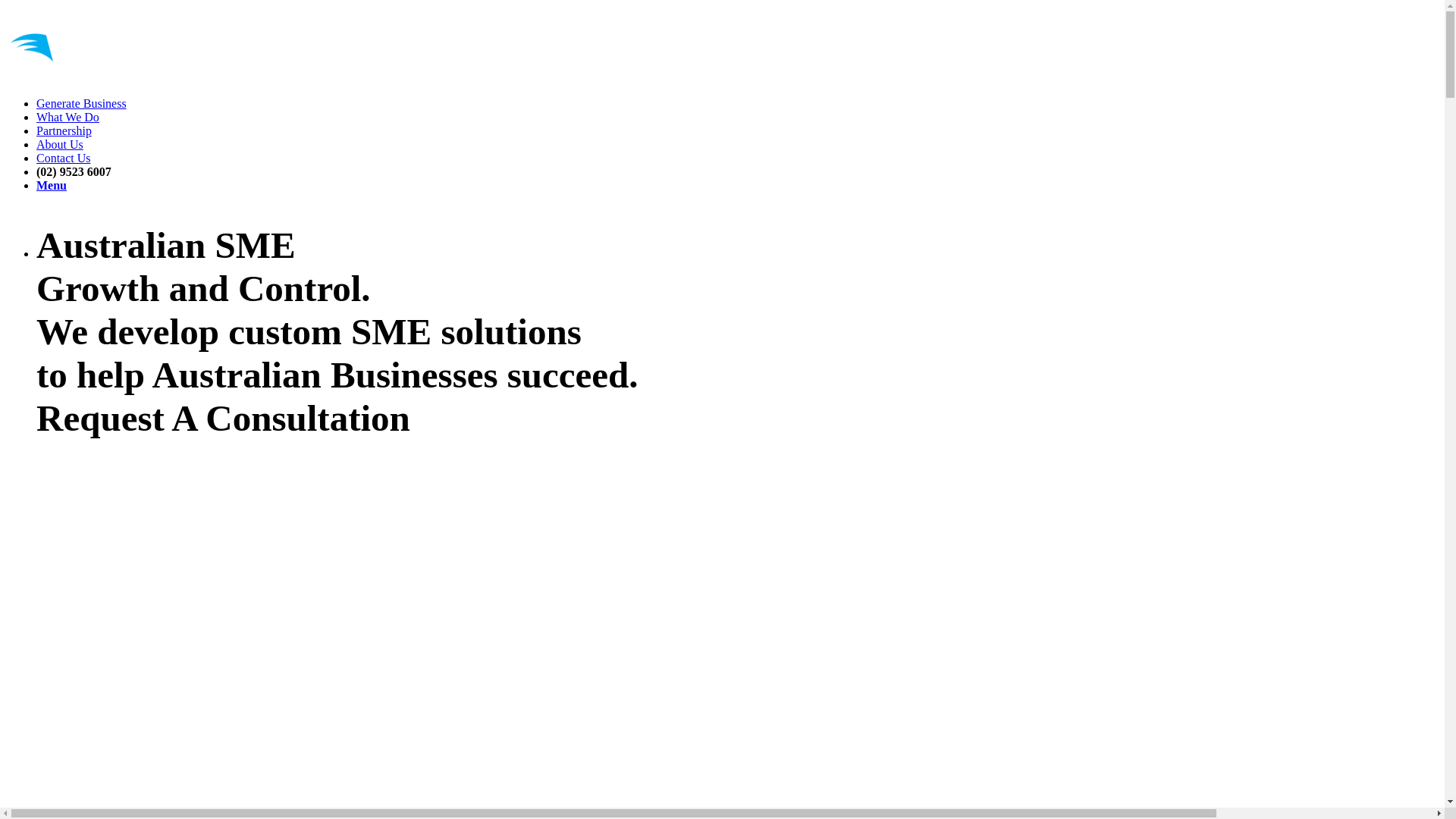  Describe the element at coordinates (67, 116) in the screenshot. I see `'What We Do'` at that location.